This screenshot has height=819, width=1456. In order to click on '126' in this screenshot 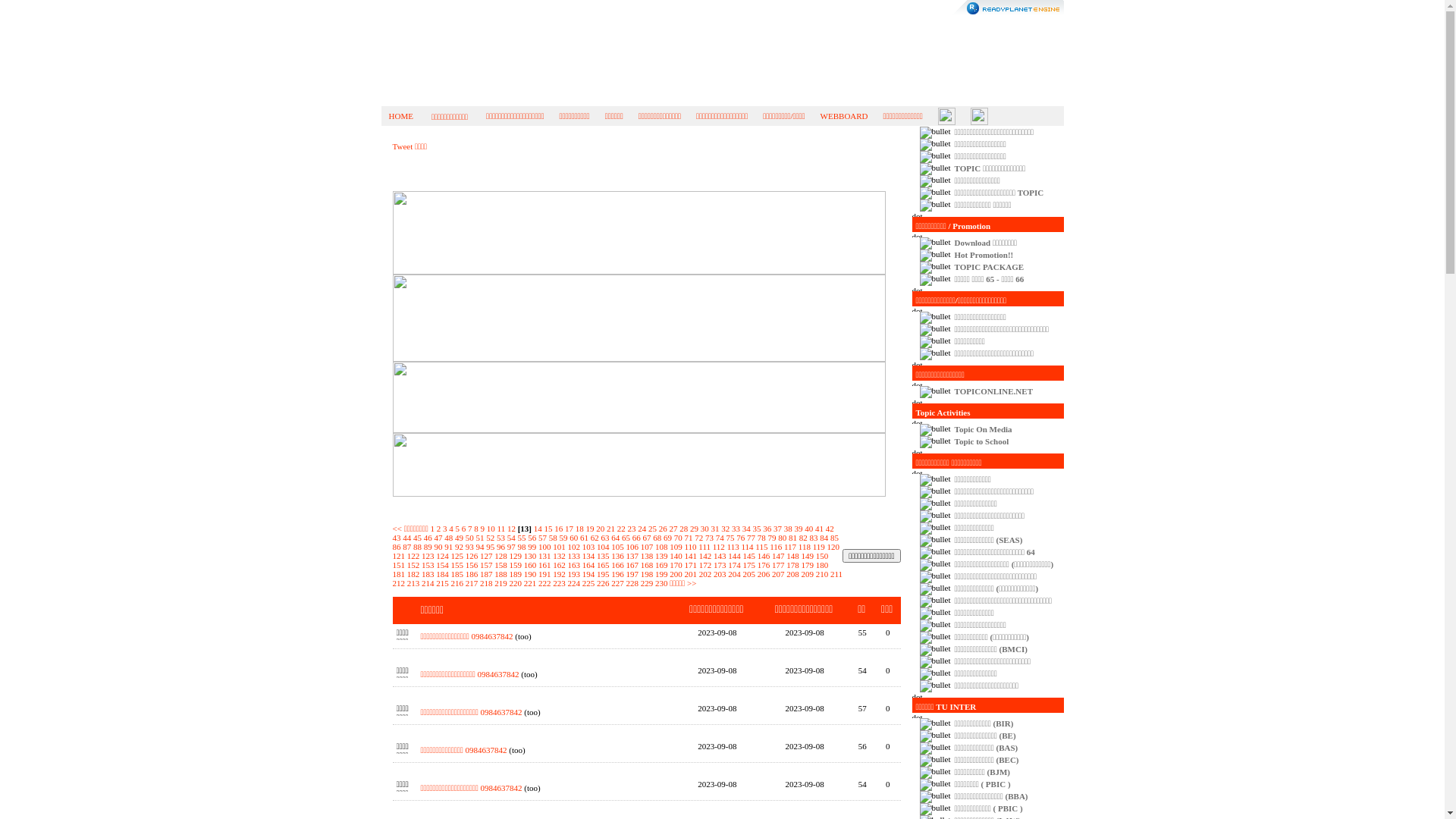, I will do `click(471, 555)`.